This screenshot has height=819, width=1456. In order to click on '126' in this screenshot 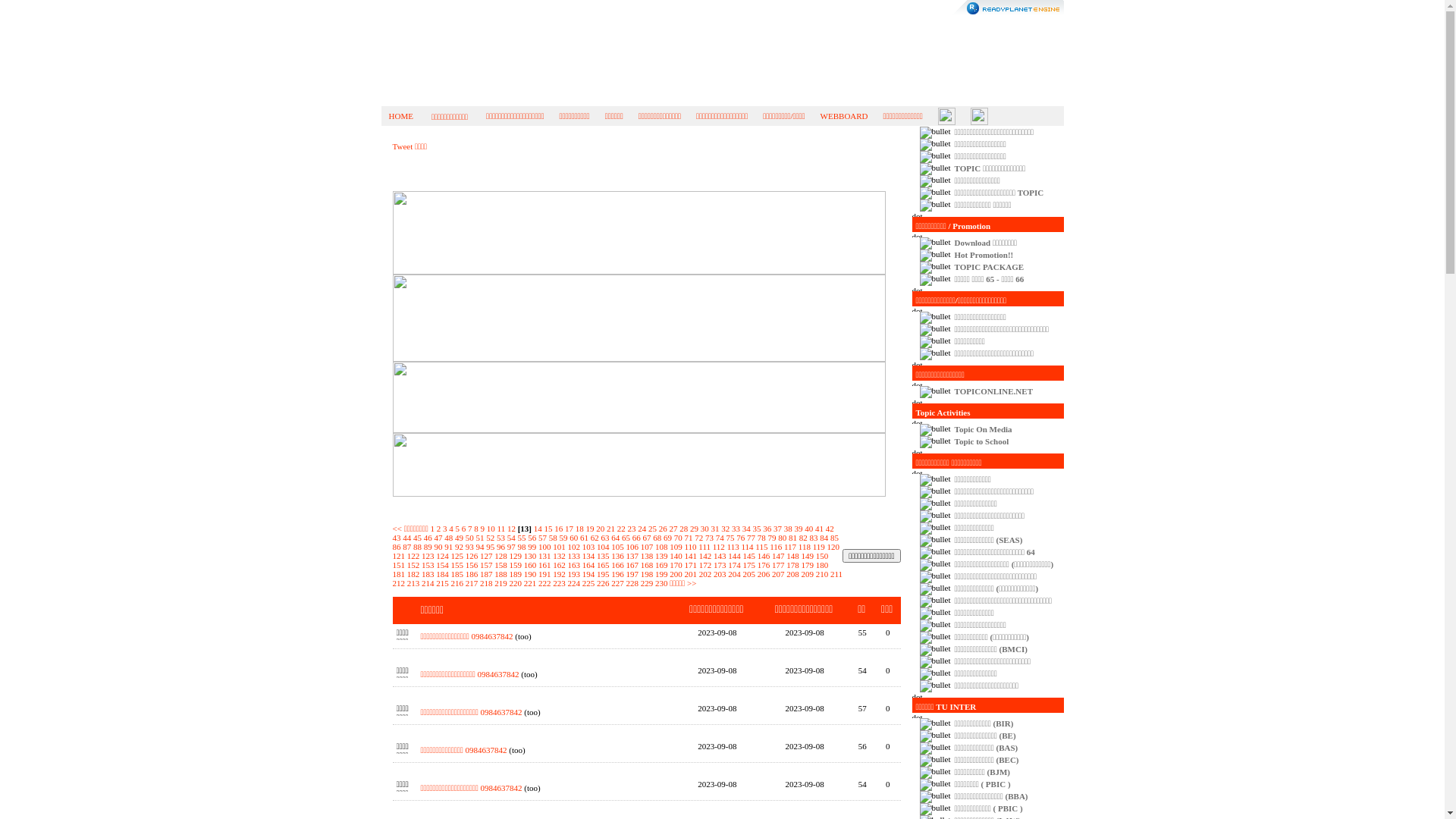, I will do `click(471, 555)`.